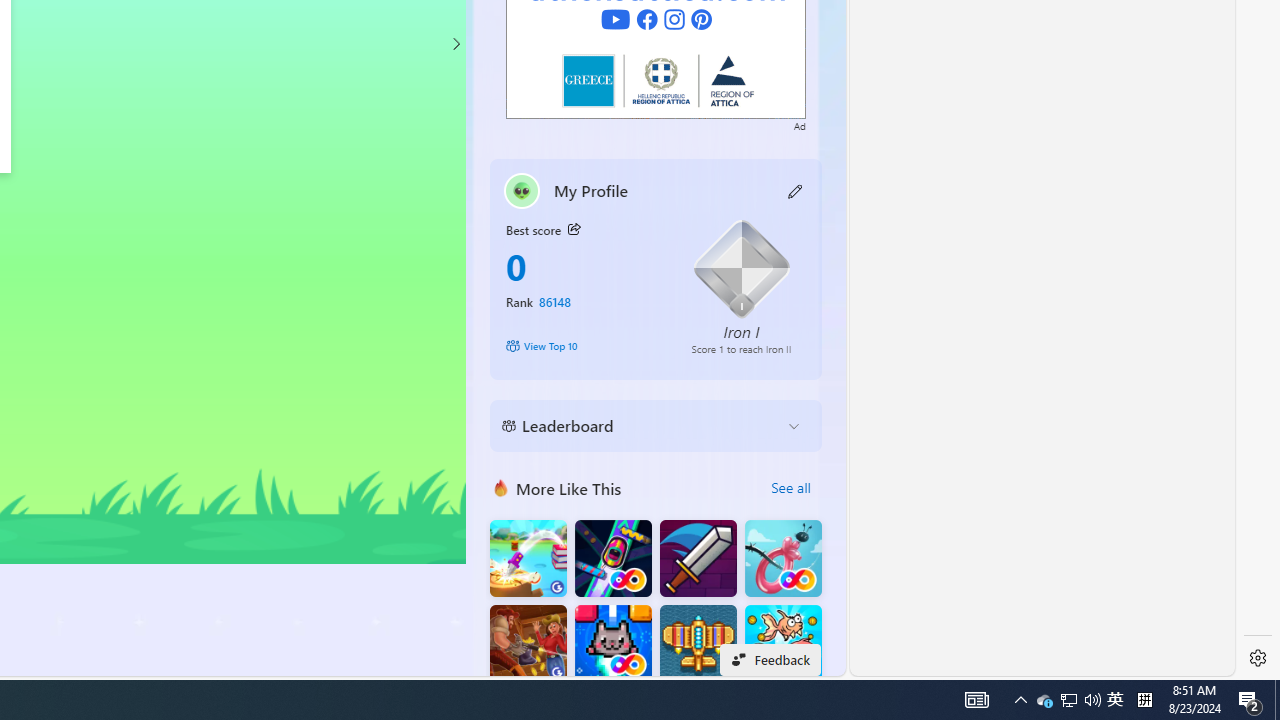 The image size is (1280, 720). Describe the element at coordinates (612, 643) in the screenshot. I see `'Kitten Force FRVR'` at that location.